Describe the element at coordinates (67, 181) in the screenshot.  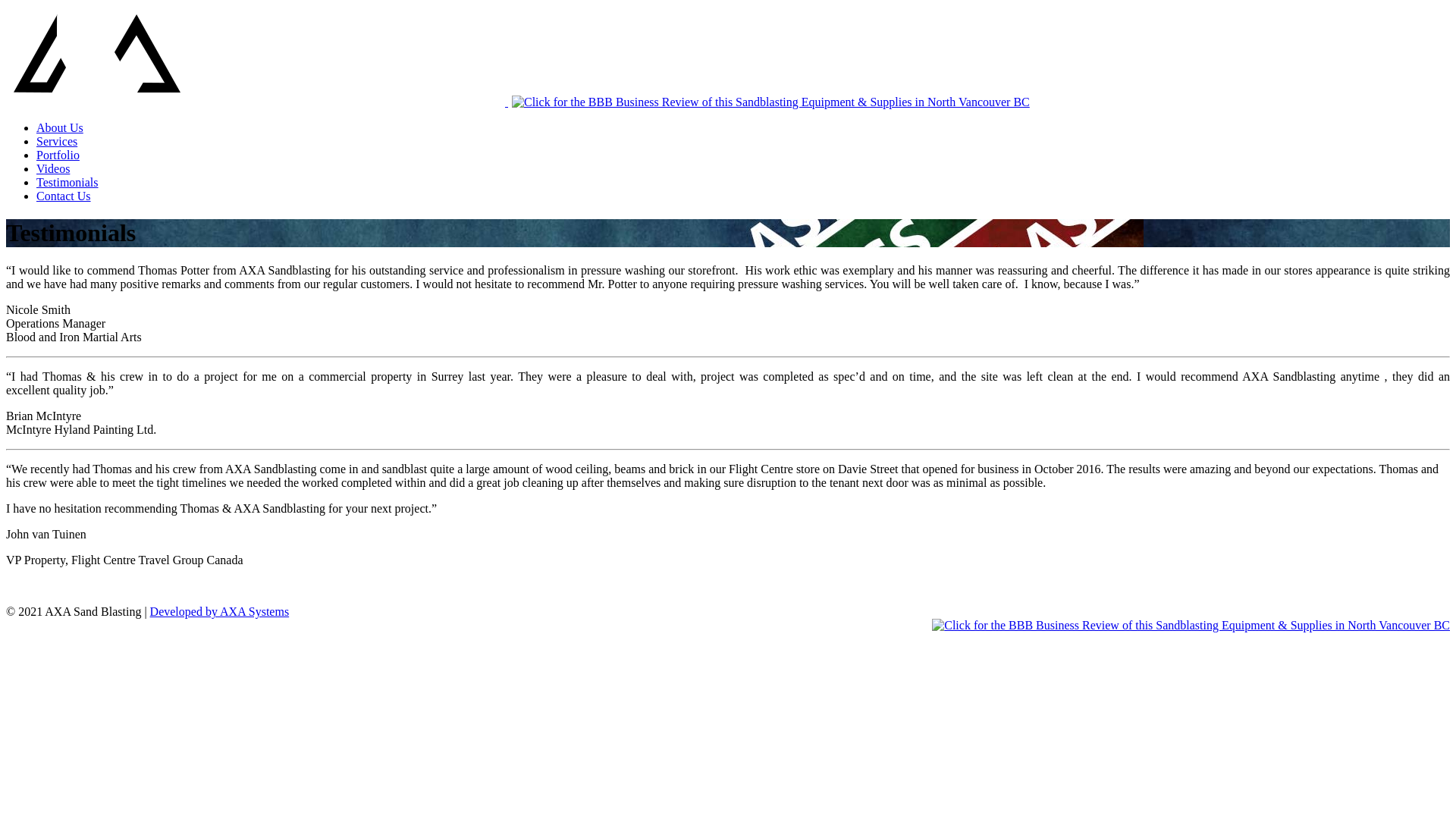
I see `'Testimonials'` at that location.